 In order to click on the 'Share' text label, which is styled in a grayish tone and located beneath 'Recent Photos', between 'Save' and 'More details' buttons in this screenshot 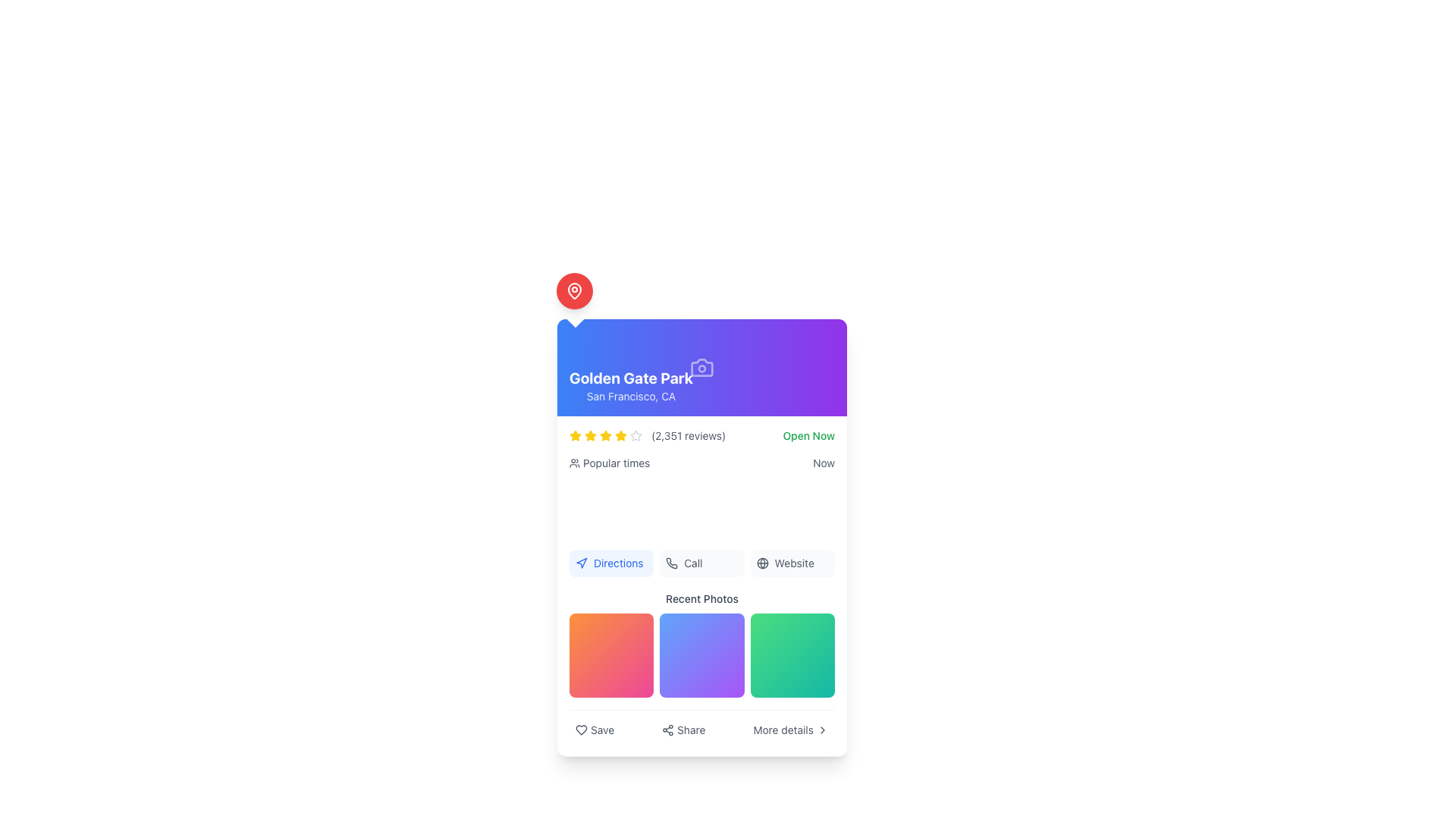, I will do `click(690, 730)`.